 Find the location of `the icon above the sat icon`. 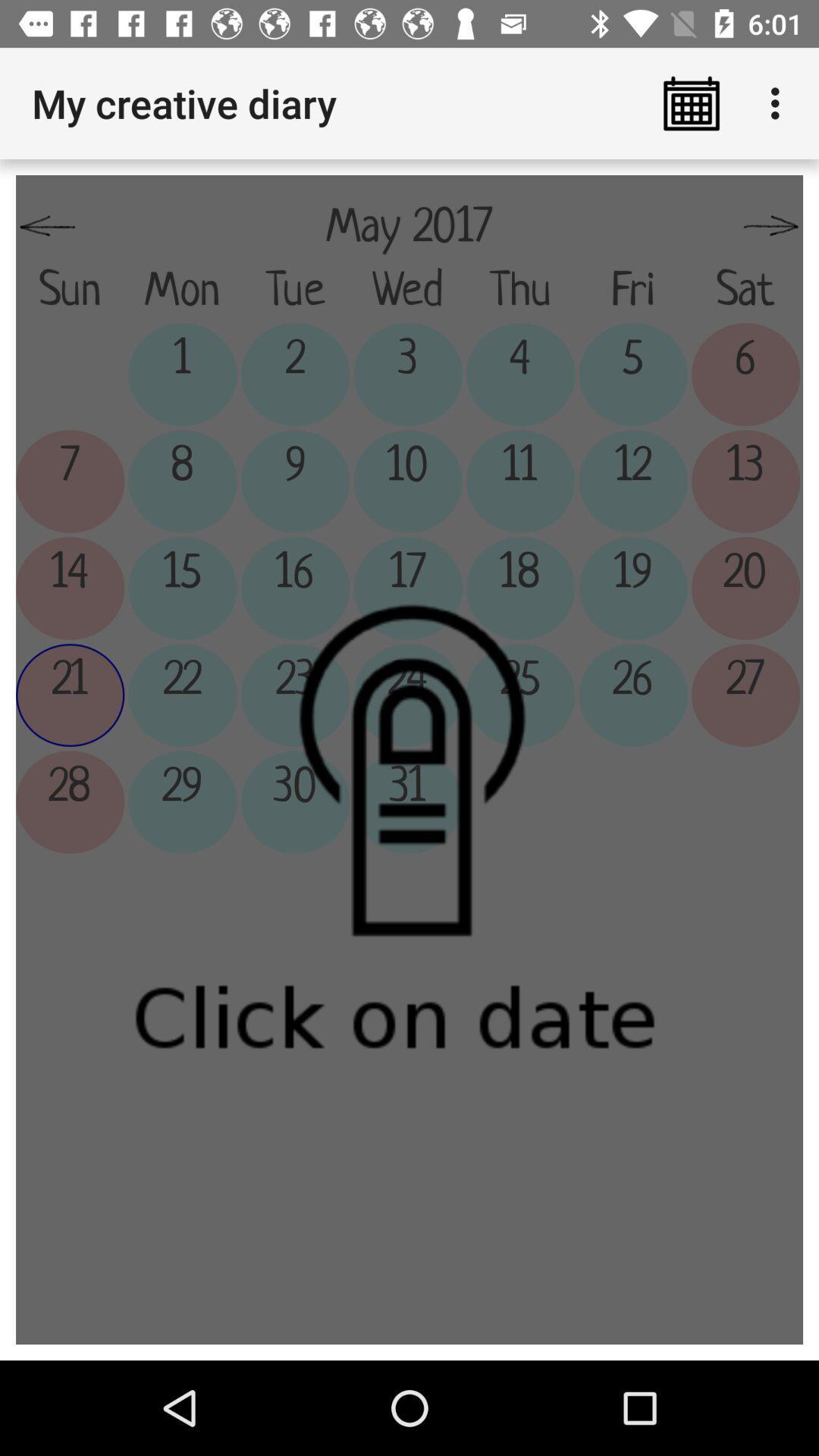

the icon above the sat icon is located at coordinates (771, 226).